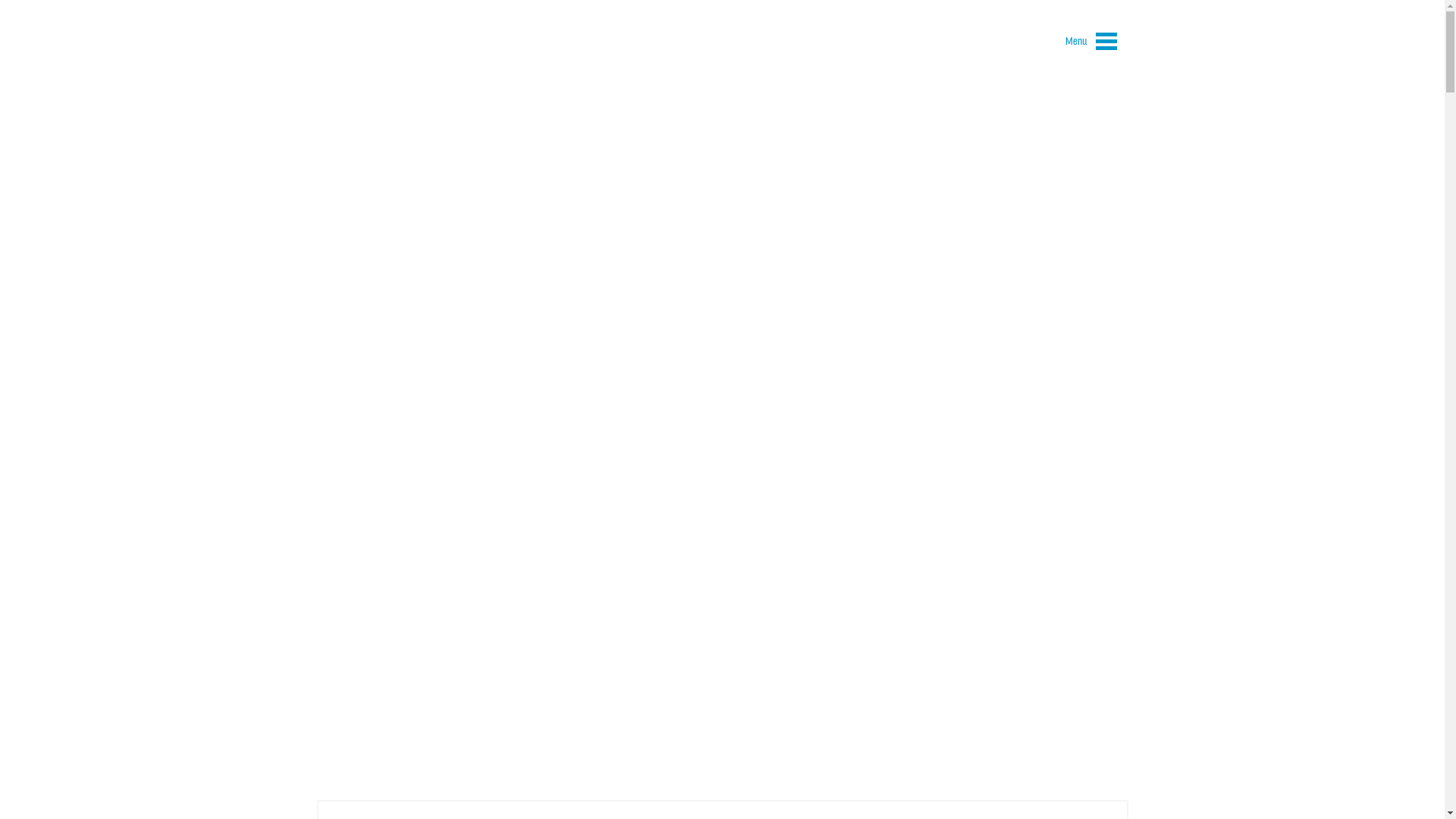 This screenshot has height=819, width=1456. What do you see at coordinates (1053, 43) in the screenshot?
I see `'Menu'` at bounding box center [1053, 43].